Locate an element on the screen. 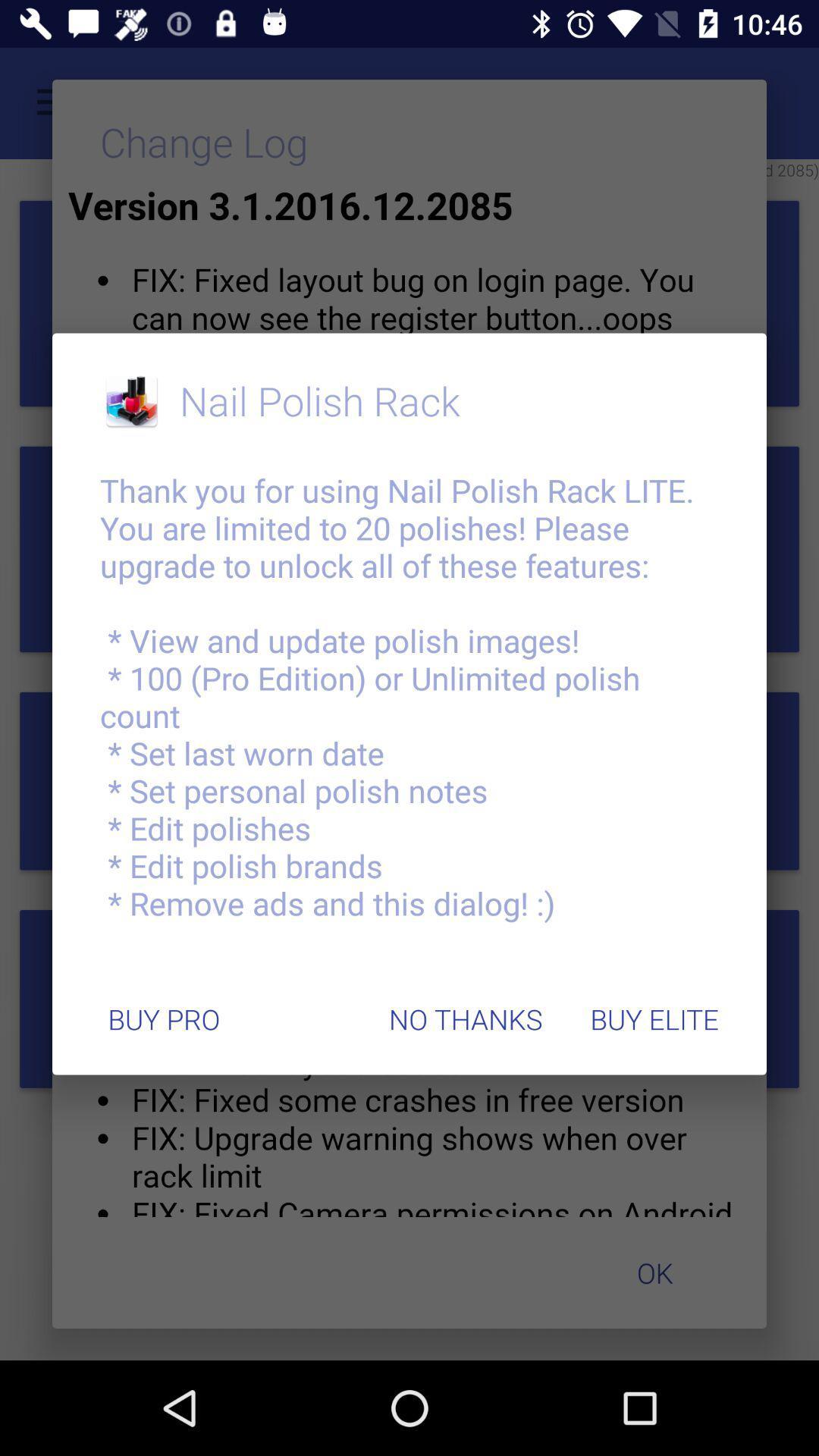 This screenshot has height=1456, width=819. icon at the bottom right corner is located at coordinates (654, 1019).